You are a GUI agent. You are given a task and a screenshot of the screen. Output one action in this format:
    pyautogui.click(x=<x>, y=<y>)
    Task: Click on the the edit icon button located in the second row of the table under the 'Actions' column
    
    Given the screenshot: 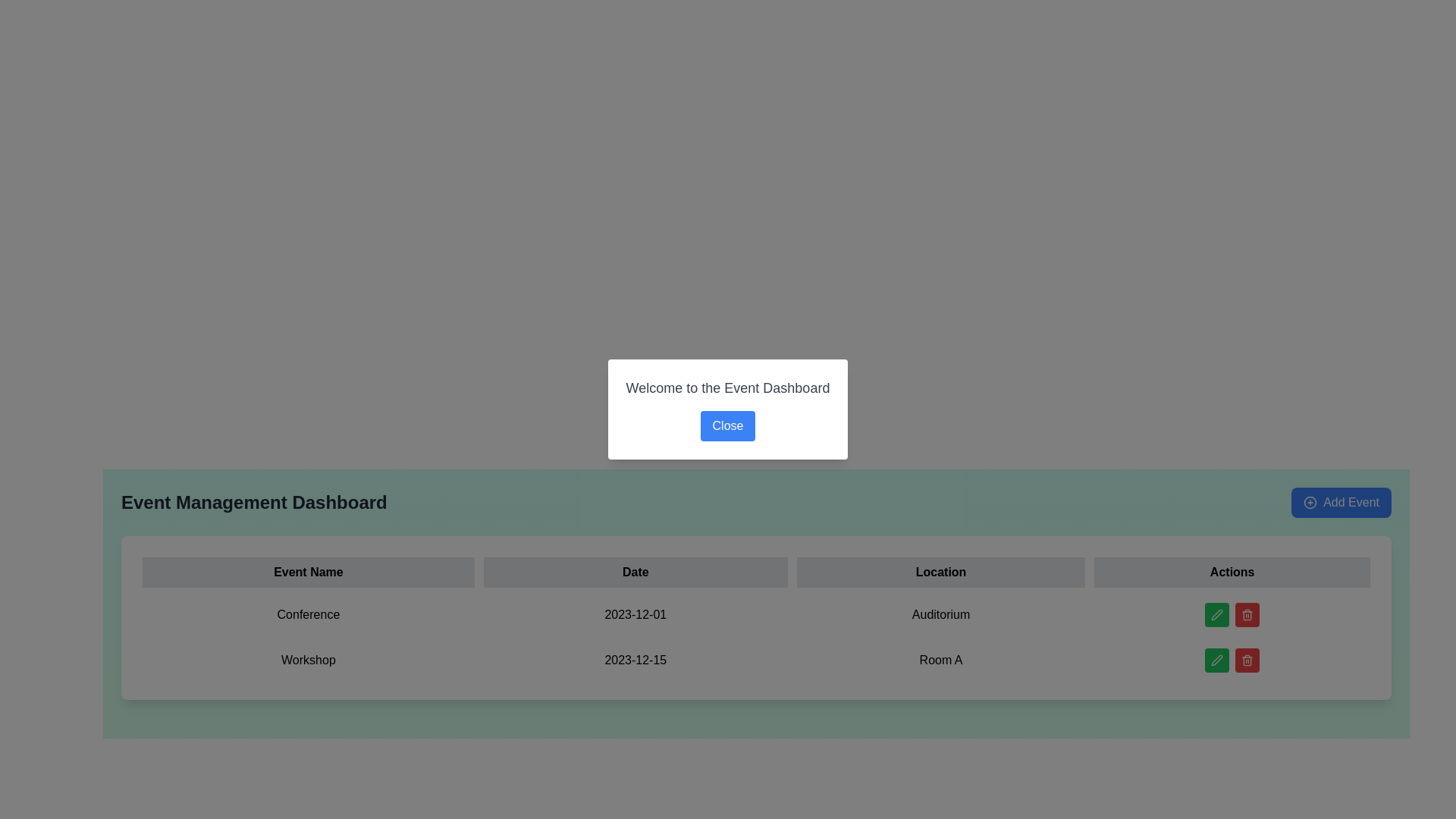 What is the action you would take?
    pyautogui.click(x=1217, y=660)
    